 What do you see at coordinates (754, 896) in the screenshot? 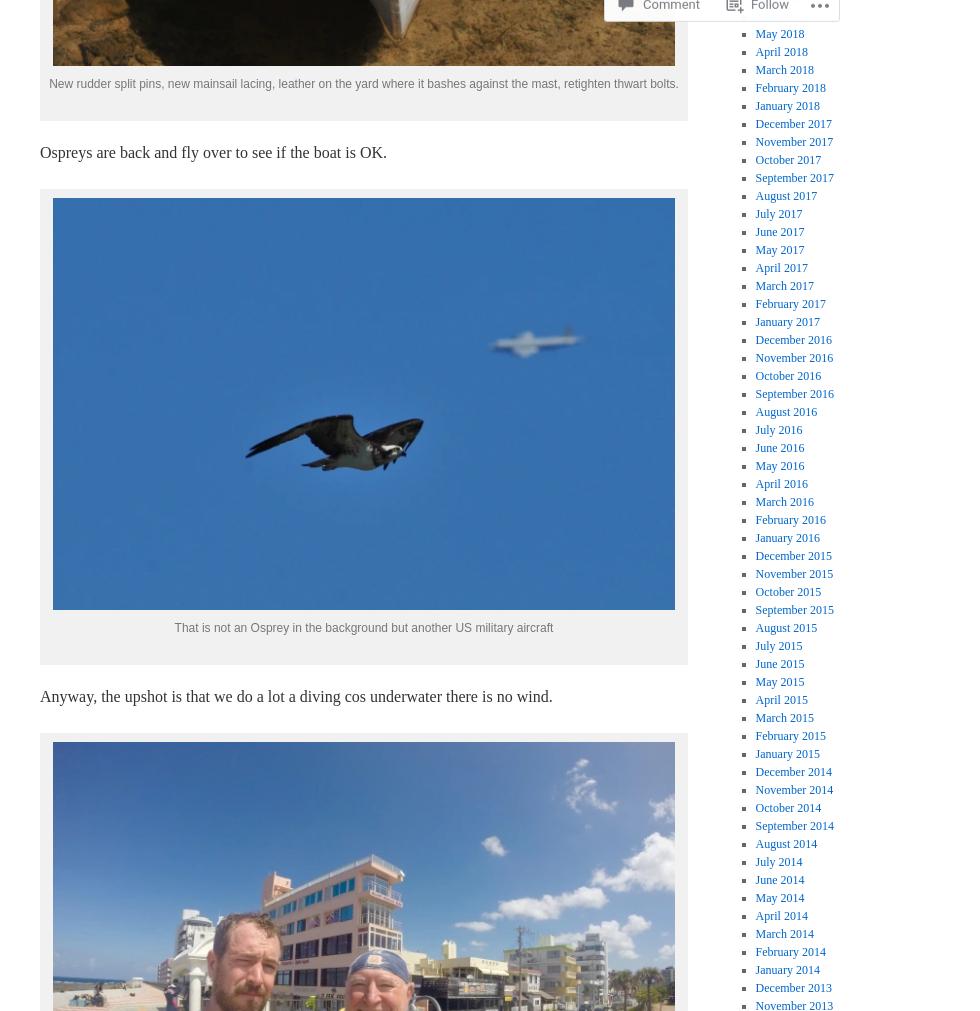
I see `'May 2014'` at bounding box center [754, 896].